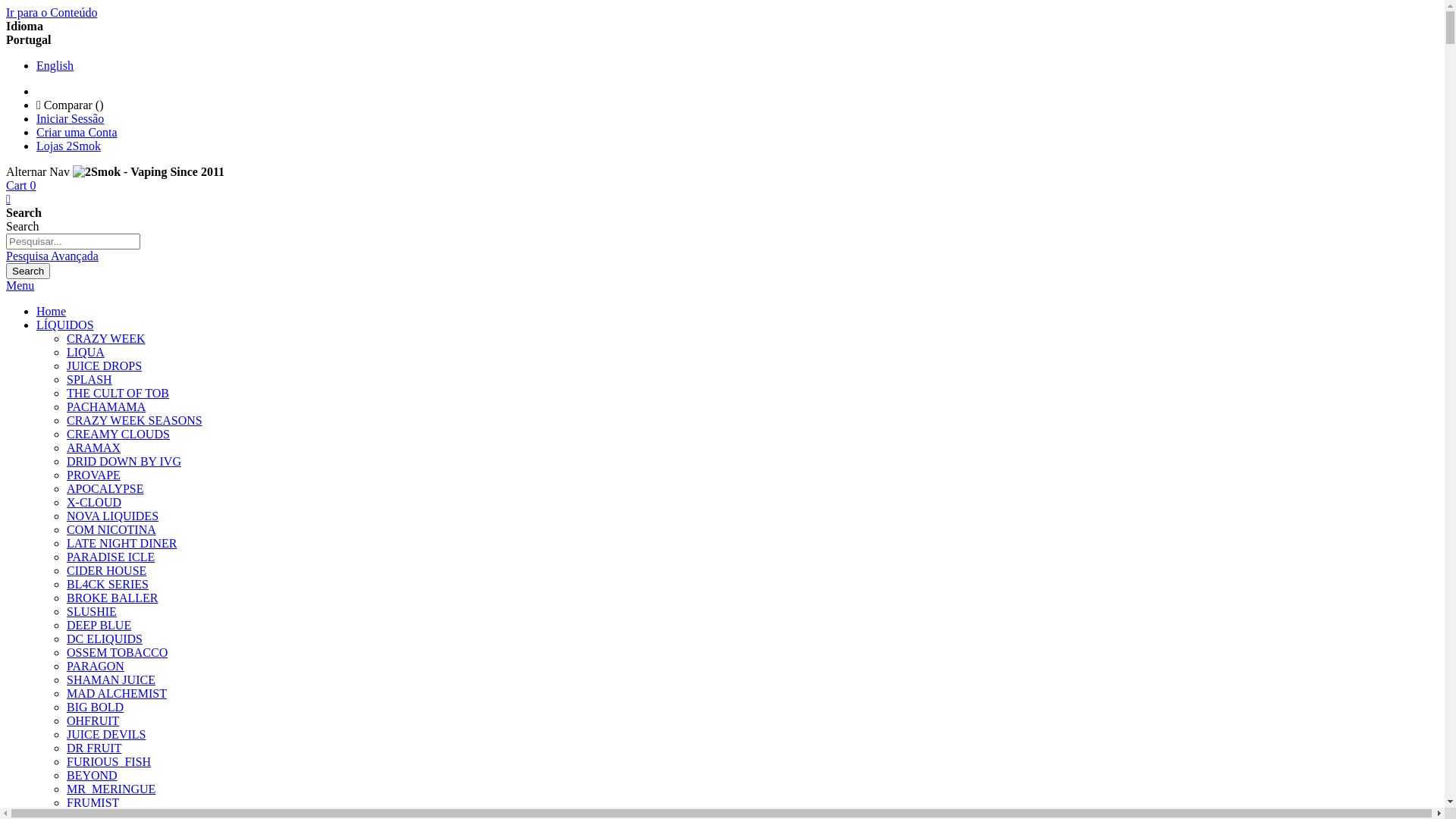  What do you see at coordinates (105, 406) in the screenshot?
I see `'PACHAMAMA'` at bounding box center [105, 406].